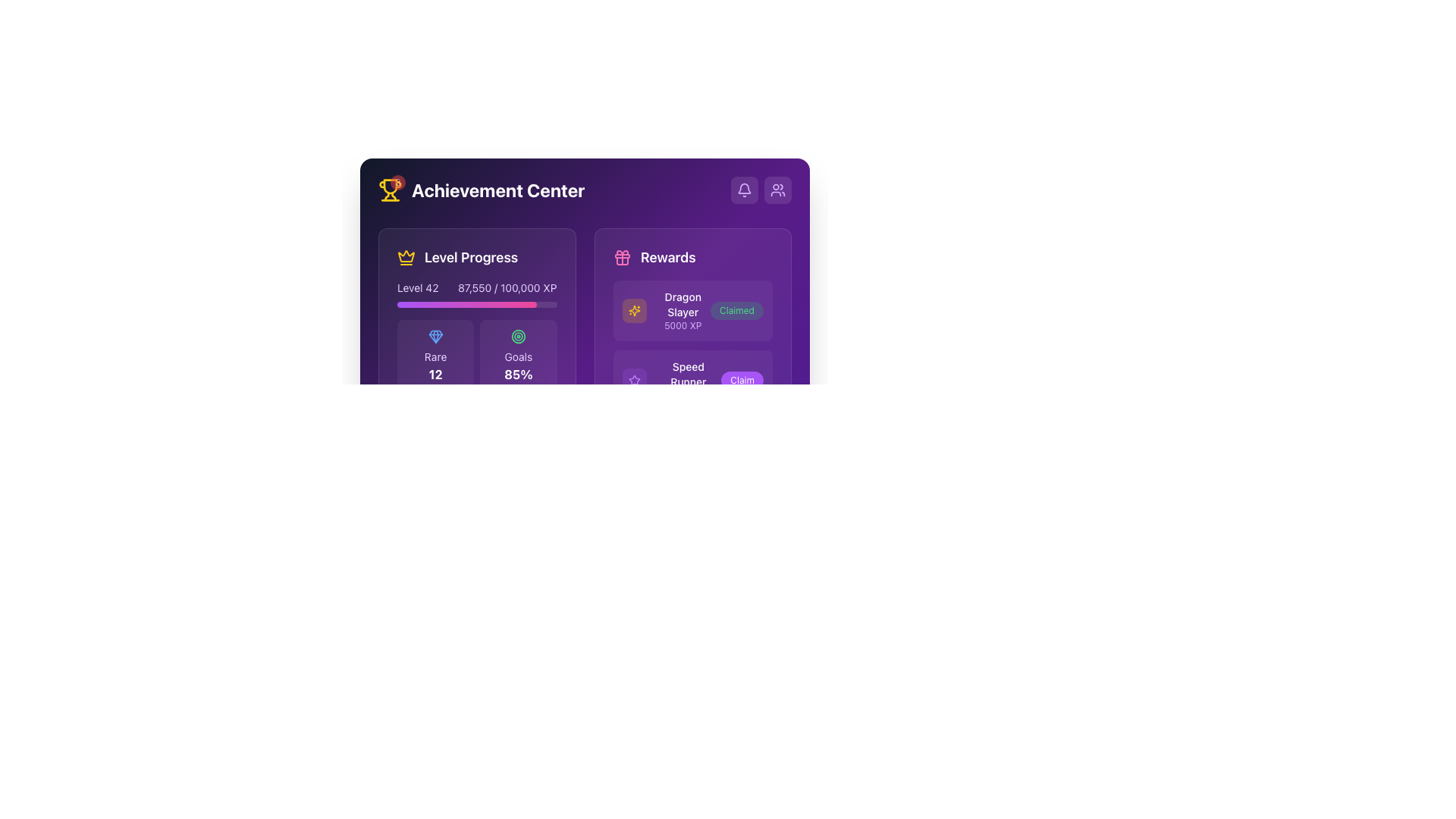 This screenshot has width=1456, height=819. Describe the element at coordinates (778, 189) in the screenshot. I see `the user-related action icon located in the top-right corner of the main interface, adjacent to the bell icon` at that location.